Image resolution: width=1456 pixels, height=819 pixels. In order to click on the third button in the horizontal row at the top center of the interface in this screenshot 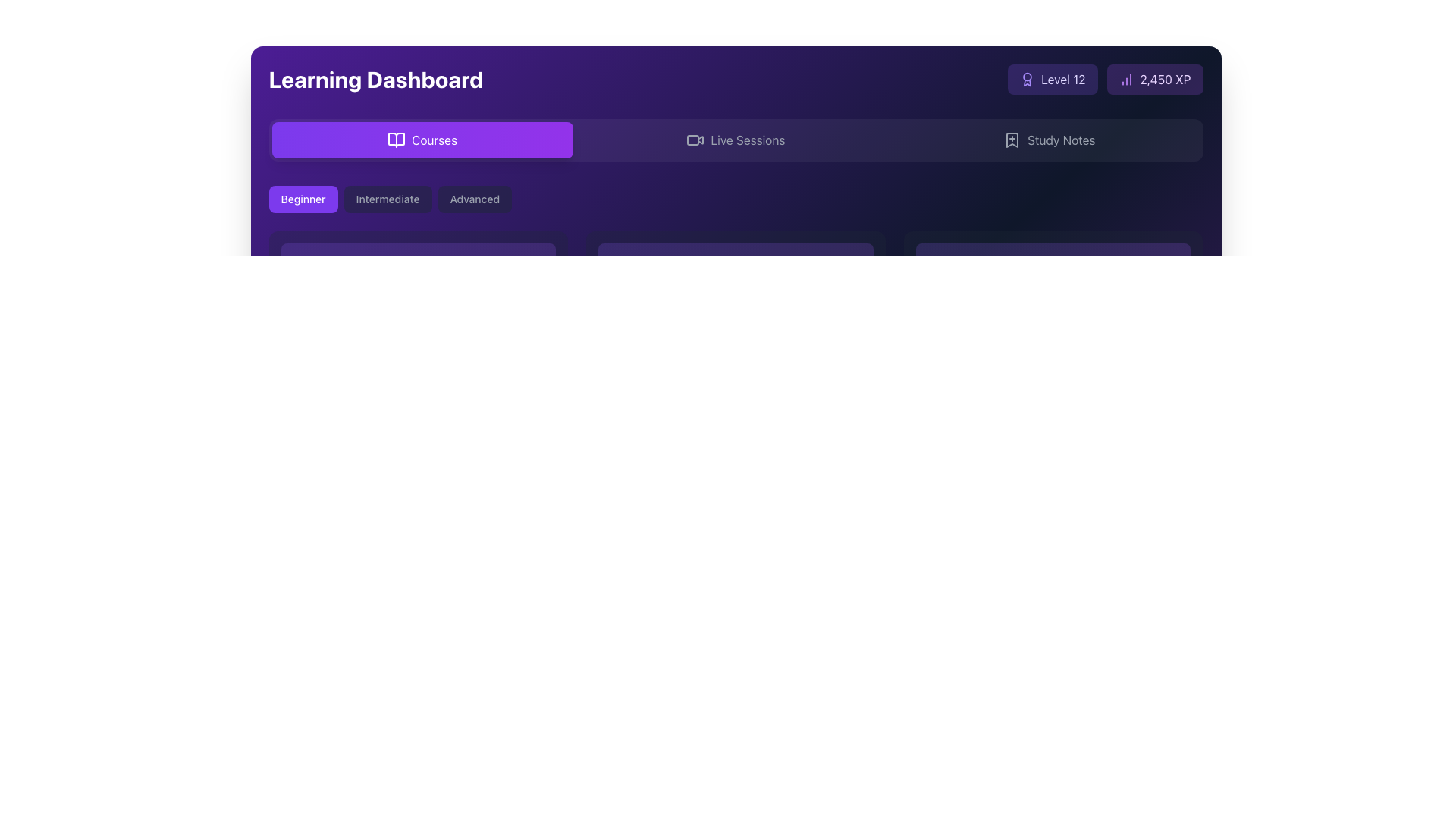, I will do `click(474, 198)`.